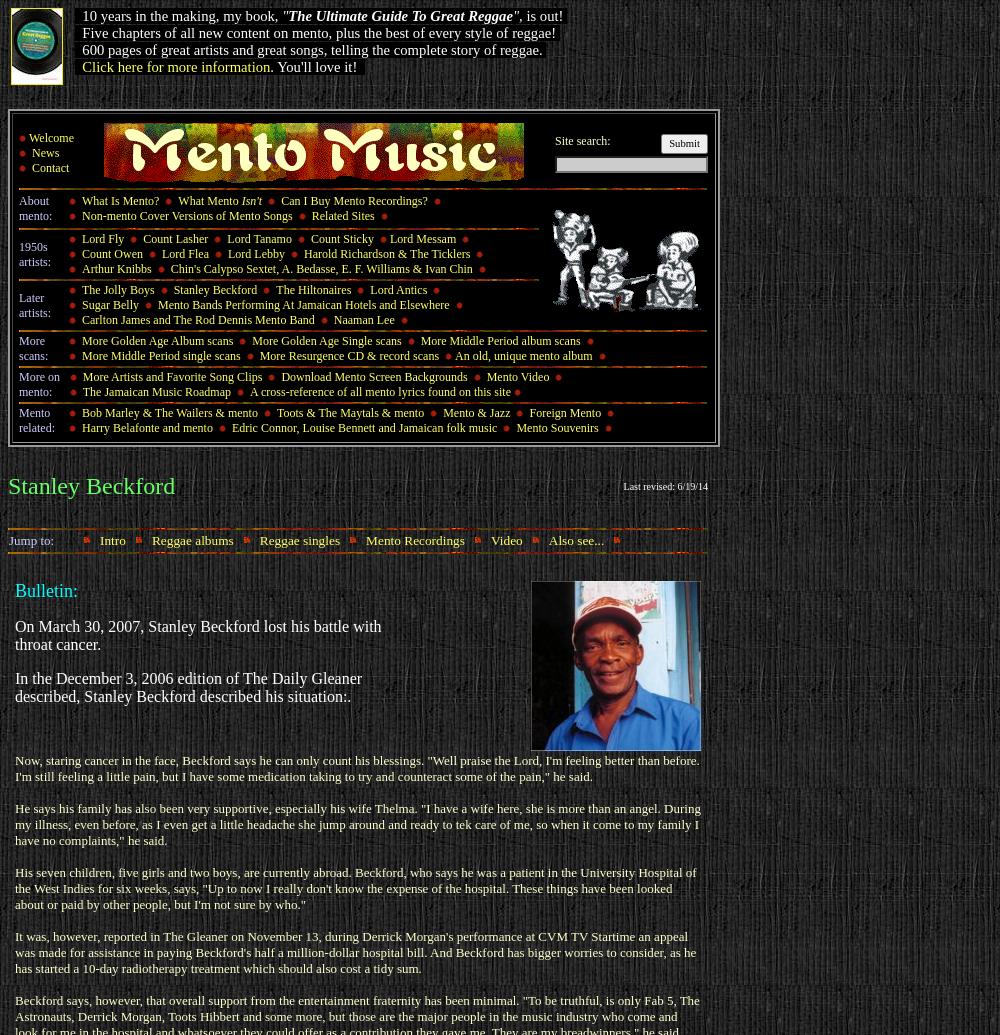 The width and height of the screenshot is (1000, 1035). I want to click on 'On March 30, 2007, Stanley Beckford lost his battle with 
						throat cancer.', so click(197, 634).